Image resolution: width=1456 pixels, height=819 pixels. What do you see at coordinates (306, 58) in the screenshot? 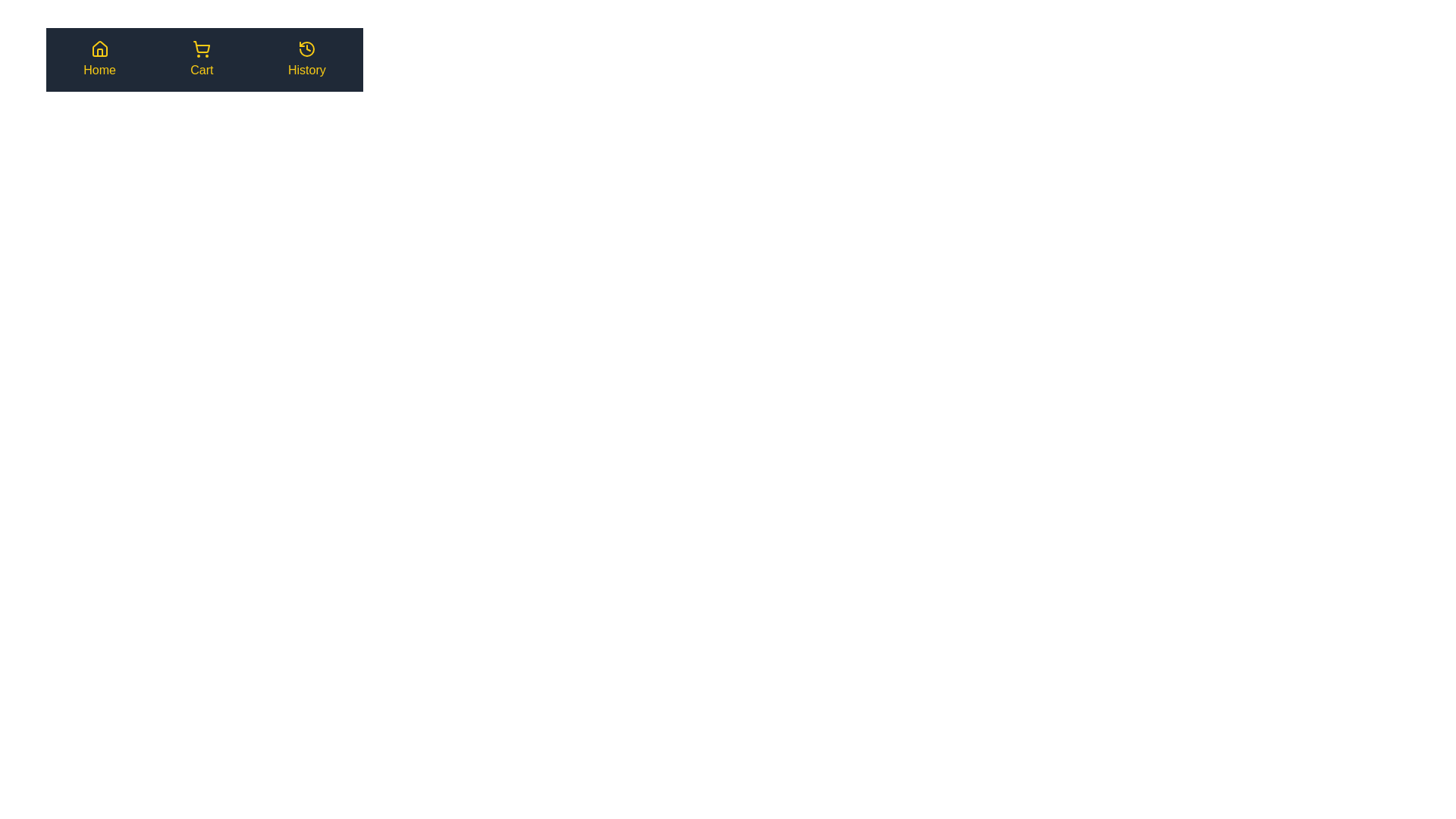
I see `the navigation option History by clicking the corresponding button` at bounding box center [306, 58].